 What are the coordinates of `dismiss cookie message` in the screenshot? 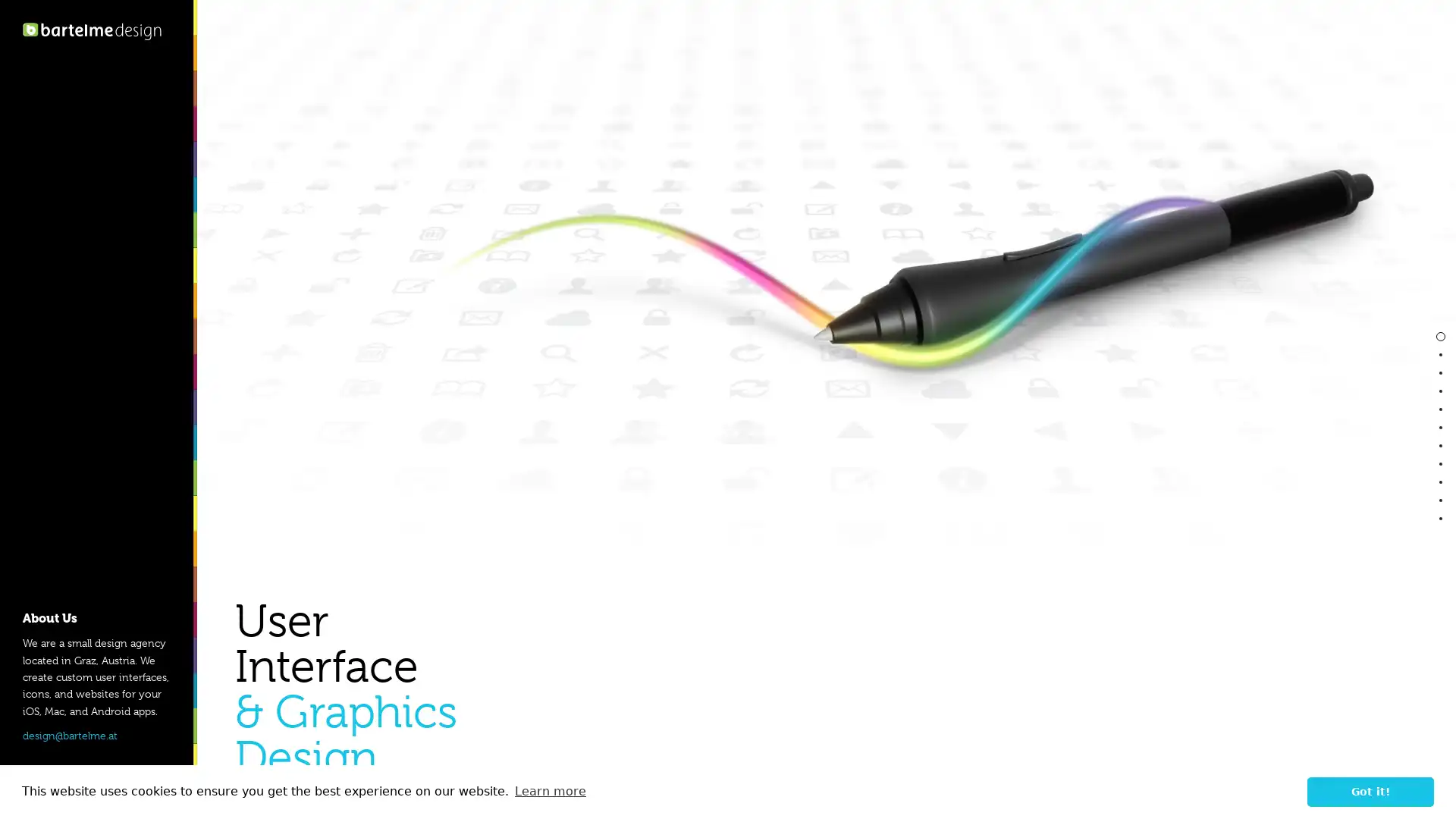 It's located at (1370, 791).